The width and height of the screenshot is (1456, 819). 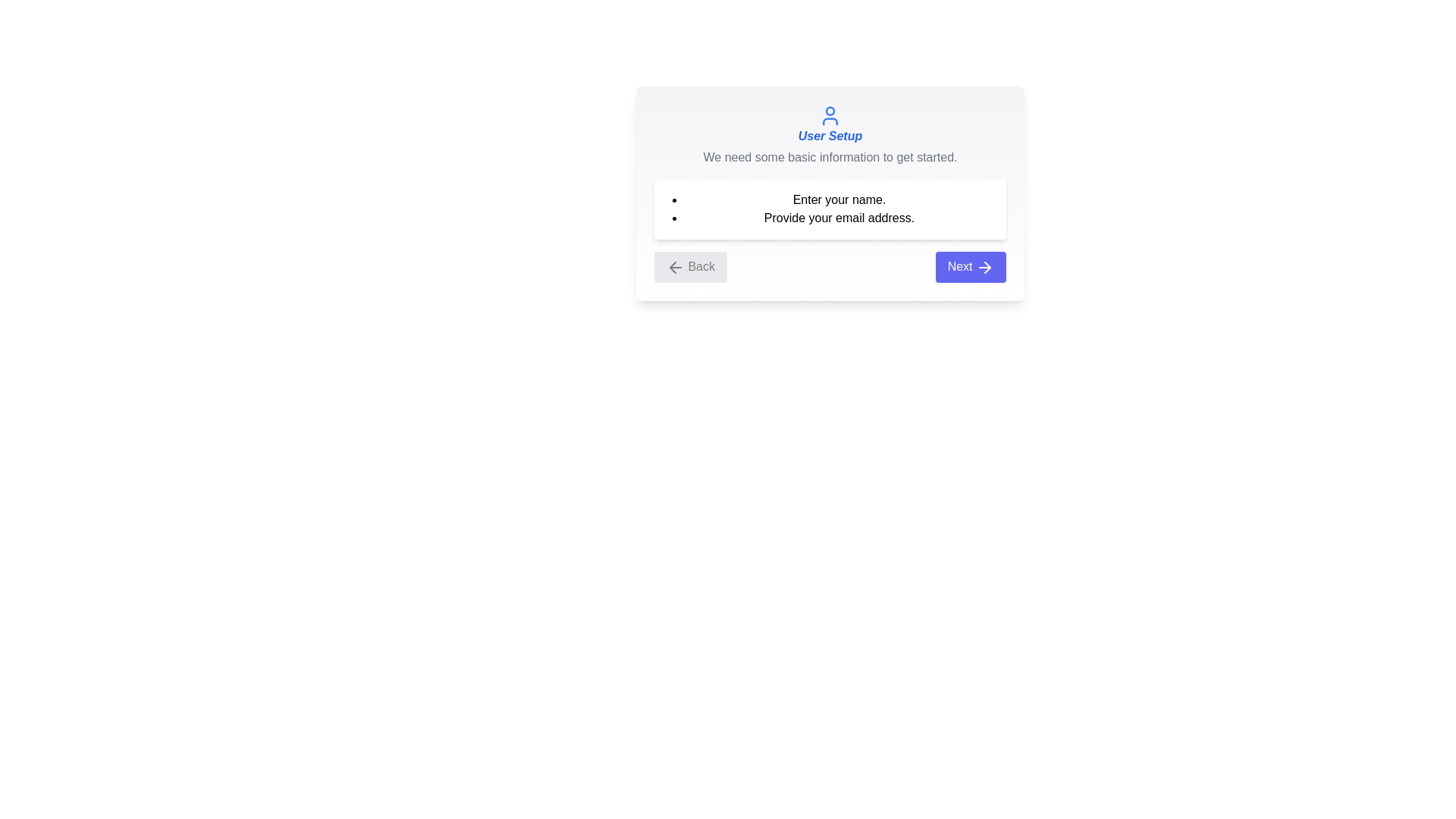 I want to click on the 'Next' button to proceed to the next step, so click(x=971, y=265).